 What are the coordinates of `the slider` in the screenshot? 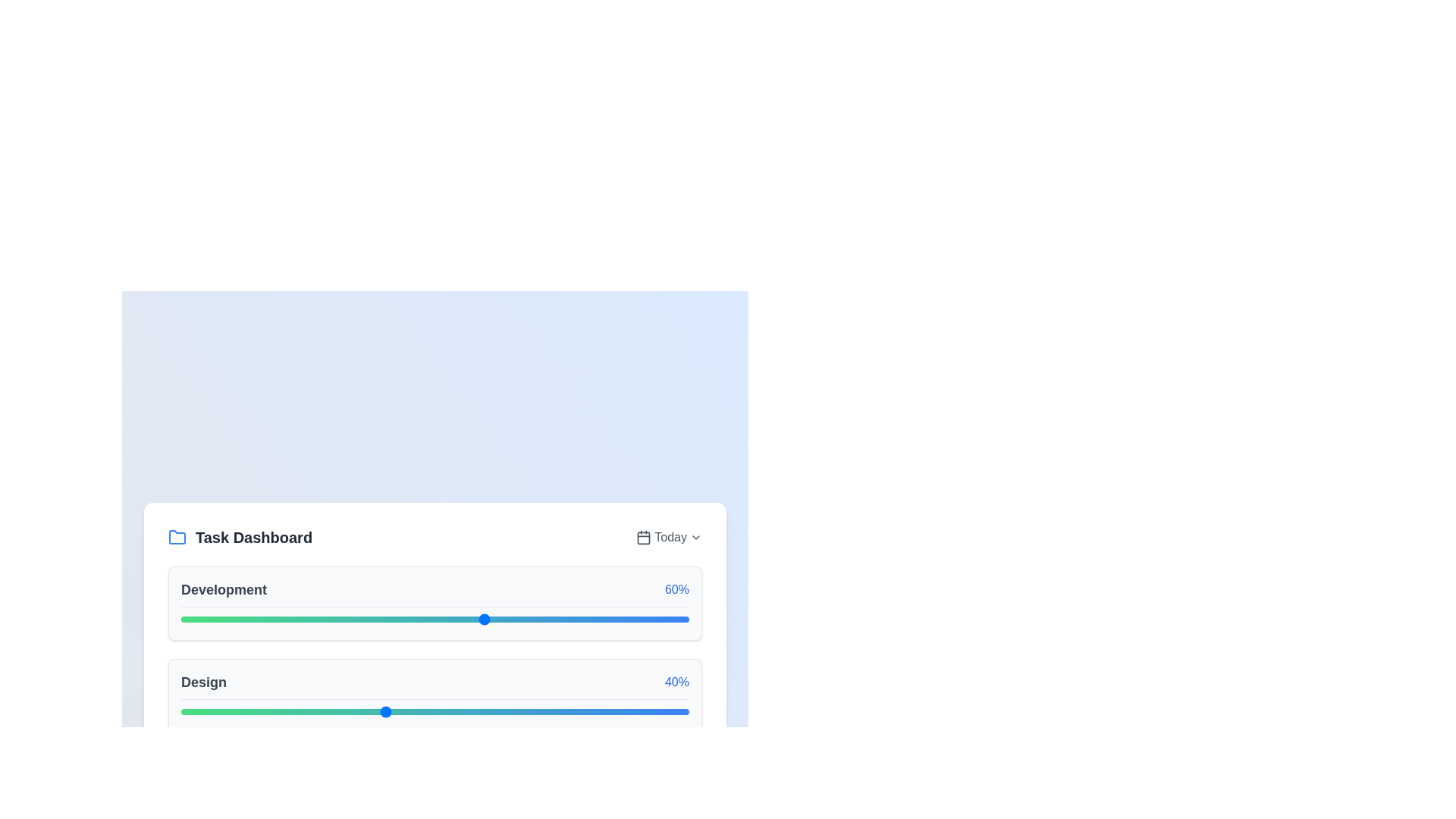 It's located at (312, 620).